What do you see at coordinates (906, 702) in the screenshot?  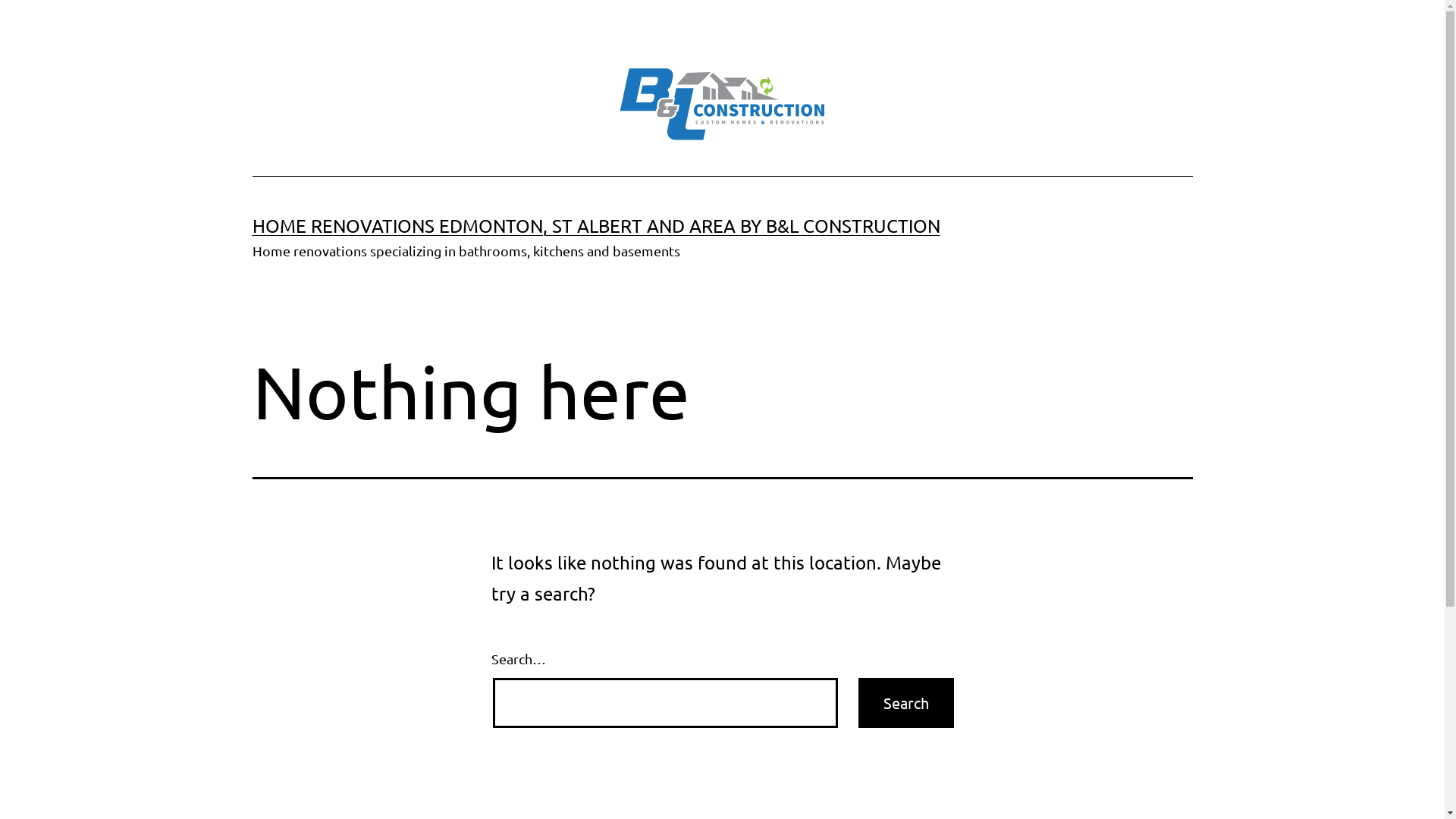 I see `'Search'` at bounding box center [906, 702].